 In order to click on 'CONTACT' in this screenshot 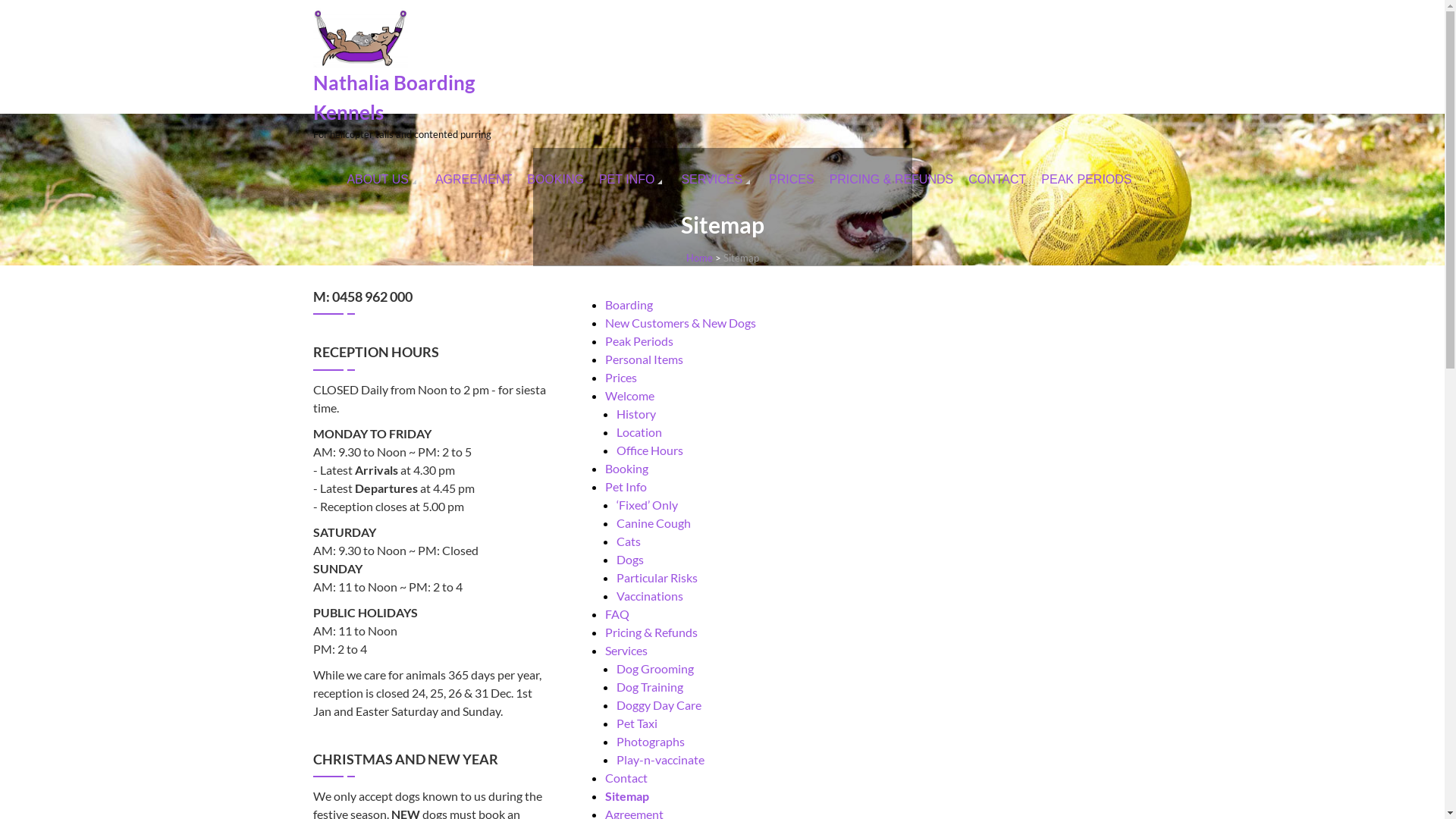, I will do `click(997, 178)`.